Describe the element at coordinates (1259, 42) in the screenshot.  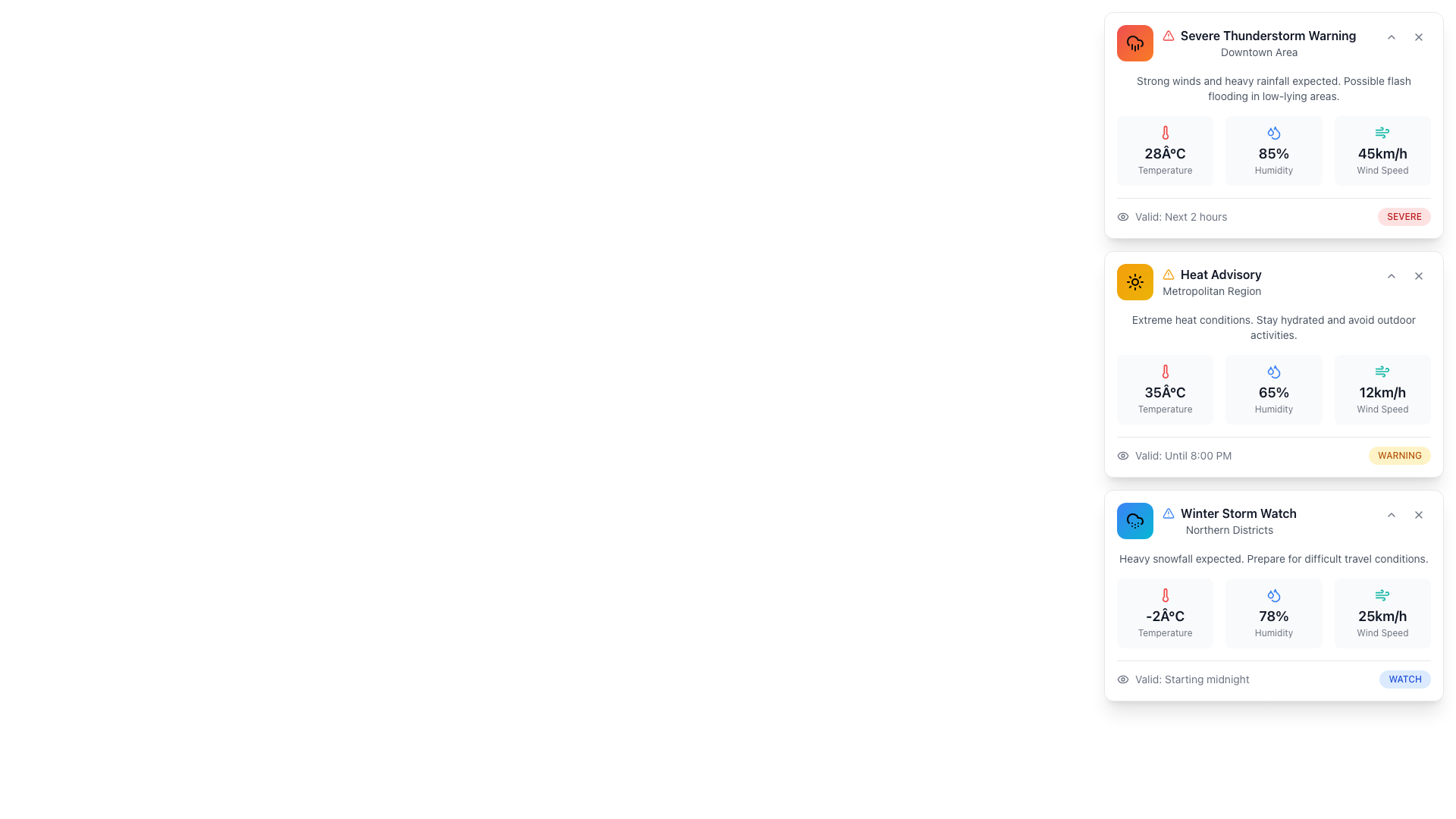
I see `severe weather alert information displayed in the Information banner, which includes the text 'Severe Thunderstorm Warning' and the subtitle 'Downtown Area' along with an alert icon` at that location.